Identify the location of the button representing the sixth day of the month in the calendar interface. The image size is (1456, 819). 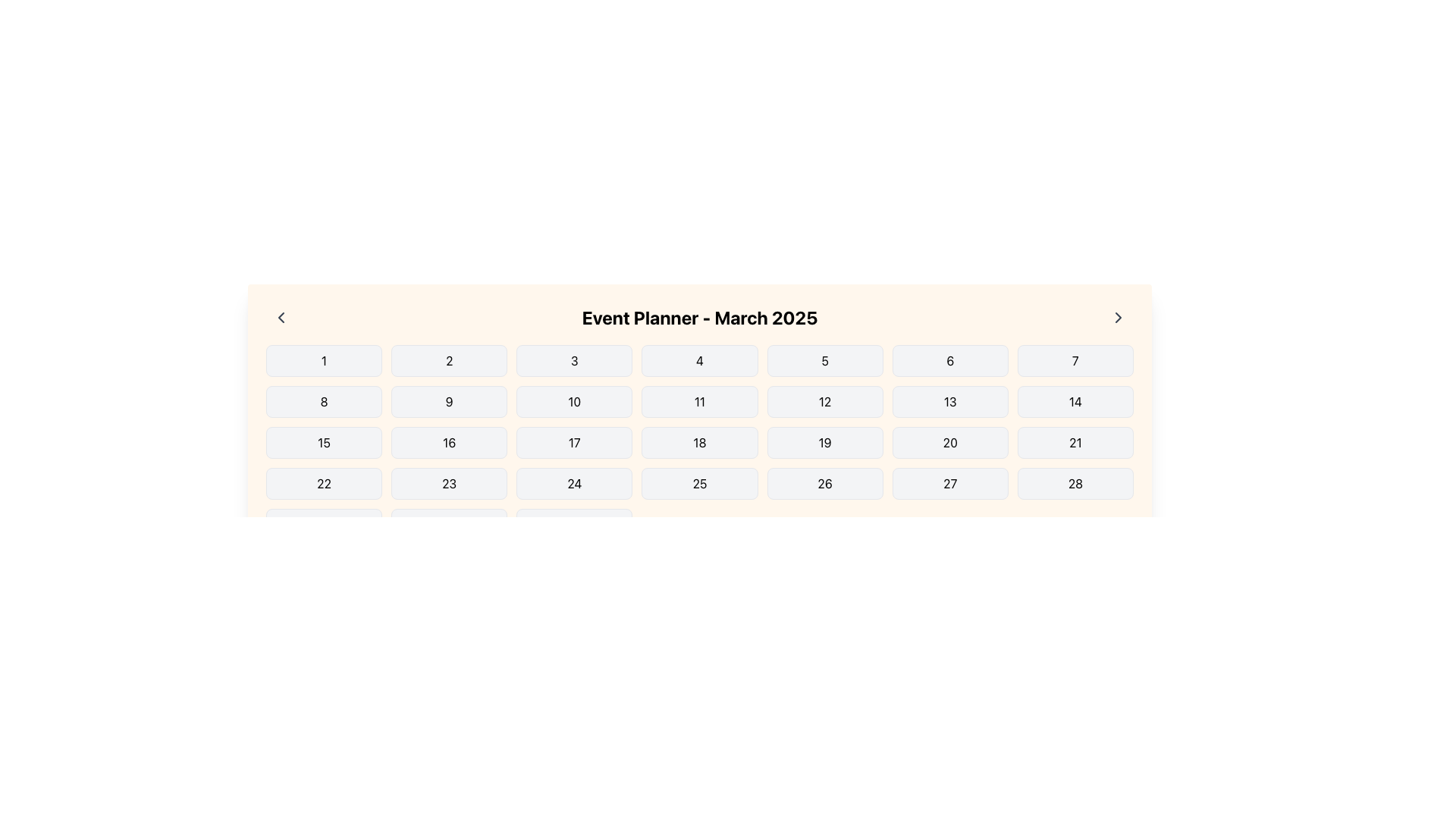
(949, 360).